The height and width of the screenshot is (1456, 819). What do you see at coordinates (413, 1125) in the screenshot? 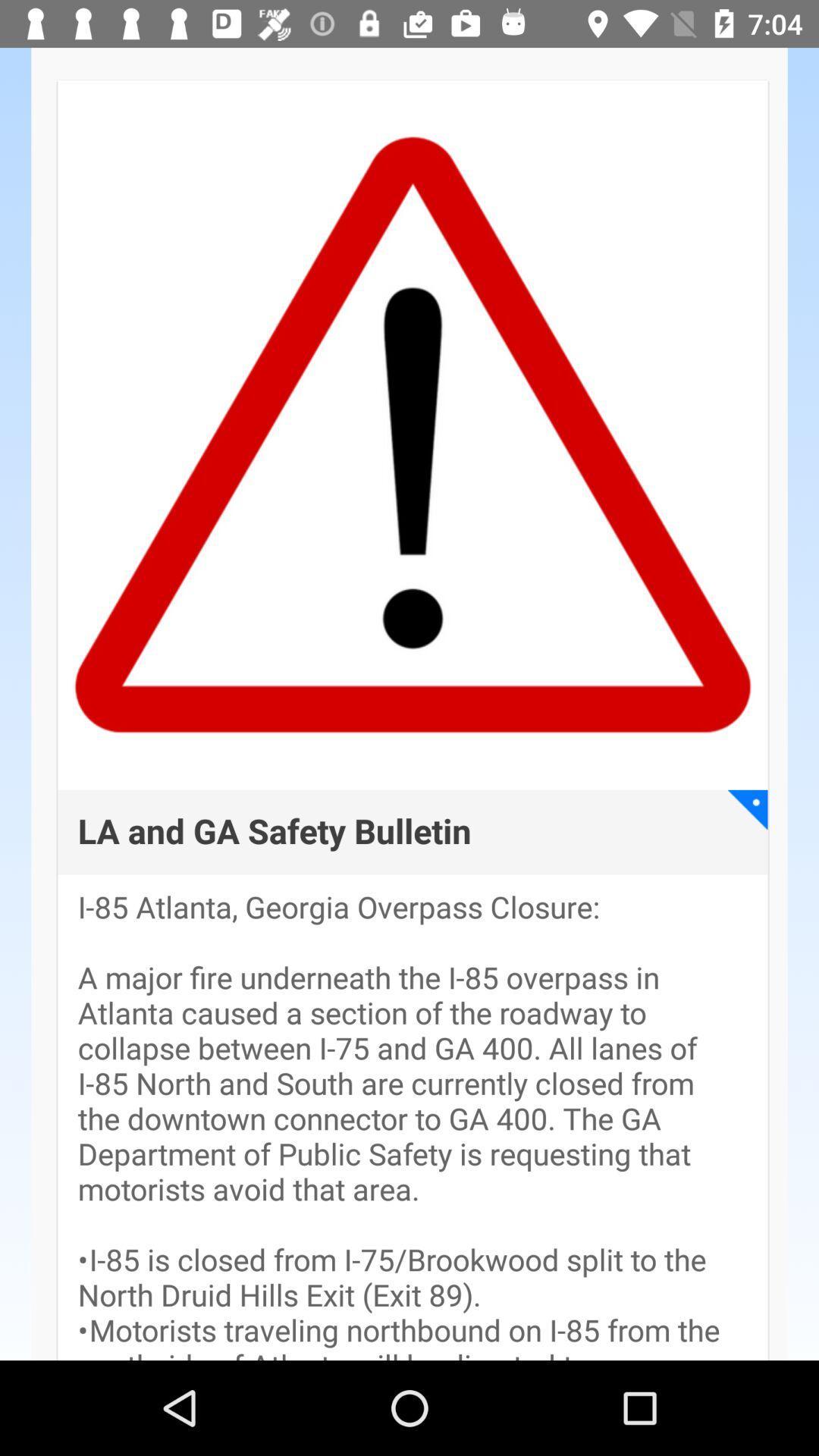
I see `item below la and ga item` at bounding box center [413, 1125].